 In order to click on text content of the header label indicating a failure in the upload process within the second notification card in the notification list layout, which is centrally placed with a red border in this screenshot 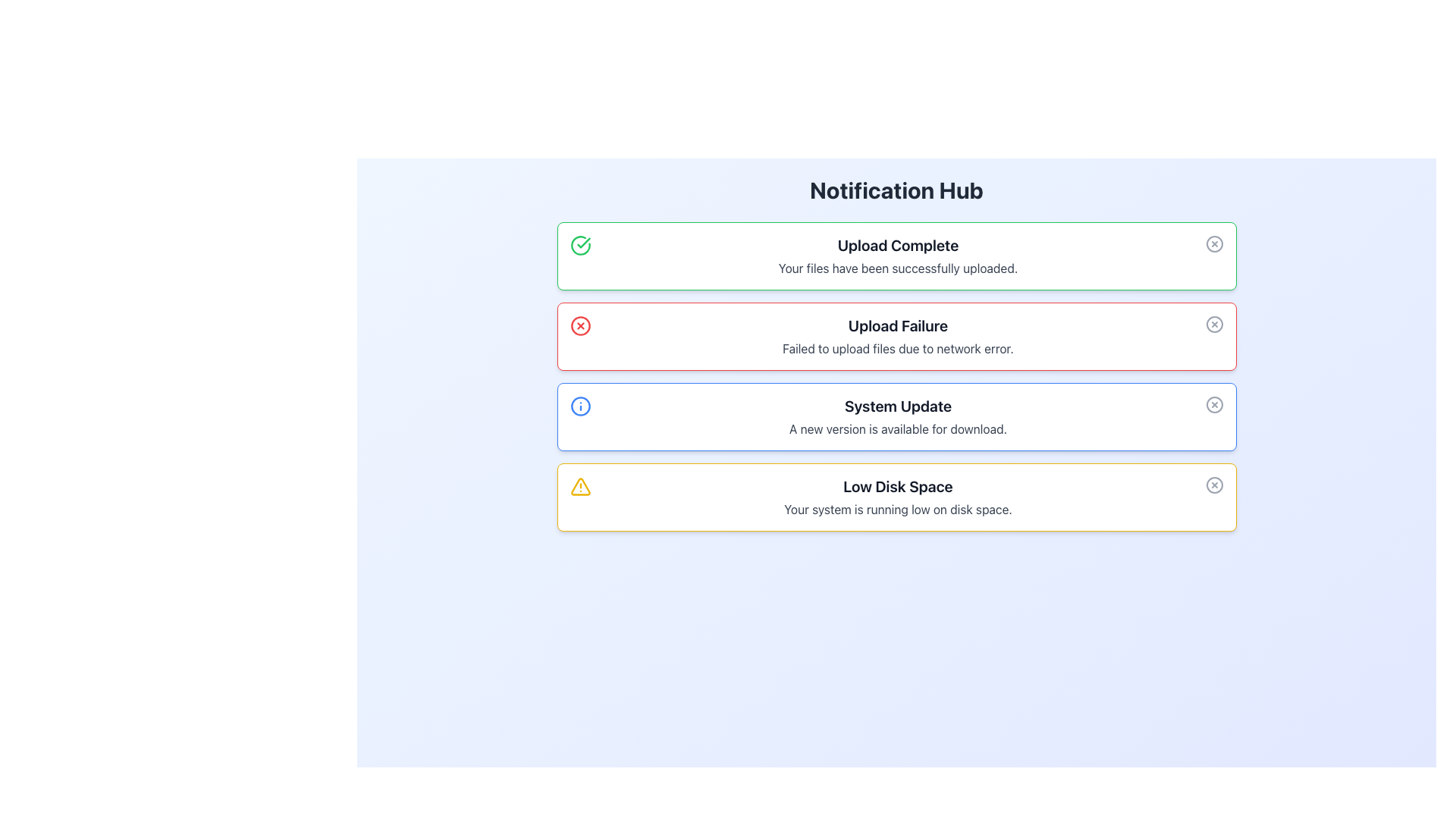, I will do `click(898, 325)`.